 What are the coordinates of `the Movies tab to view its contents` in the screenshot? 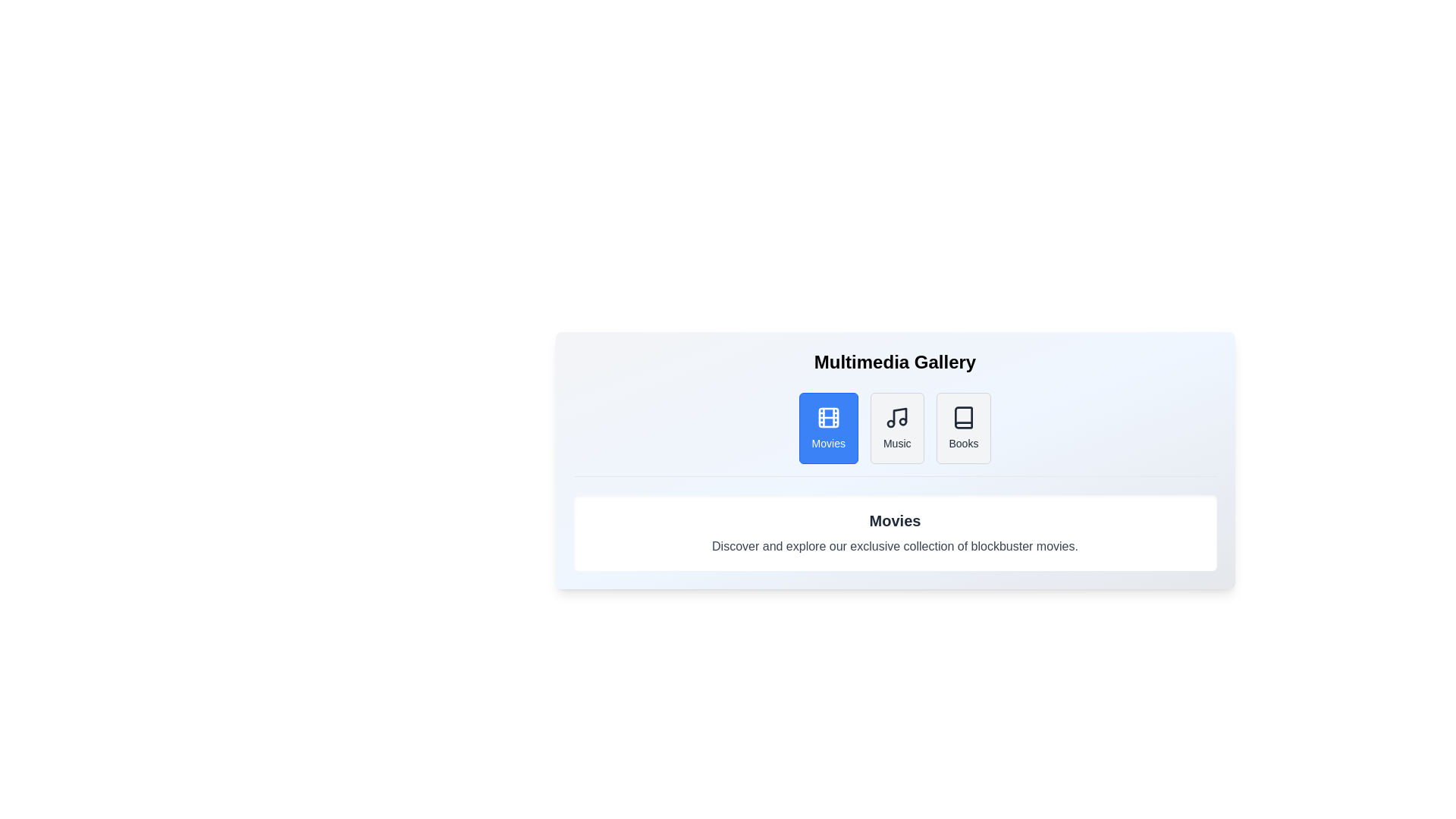 It's located at (827, 428).